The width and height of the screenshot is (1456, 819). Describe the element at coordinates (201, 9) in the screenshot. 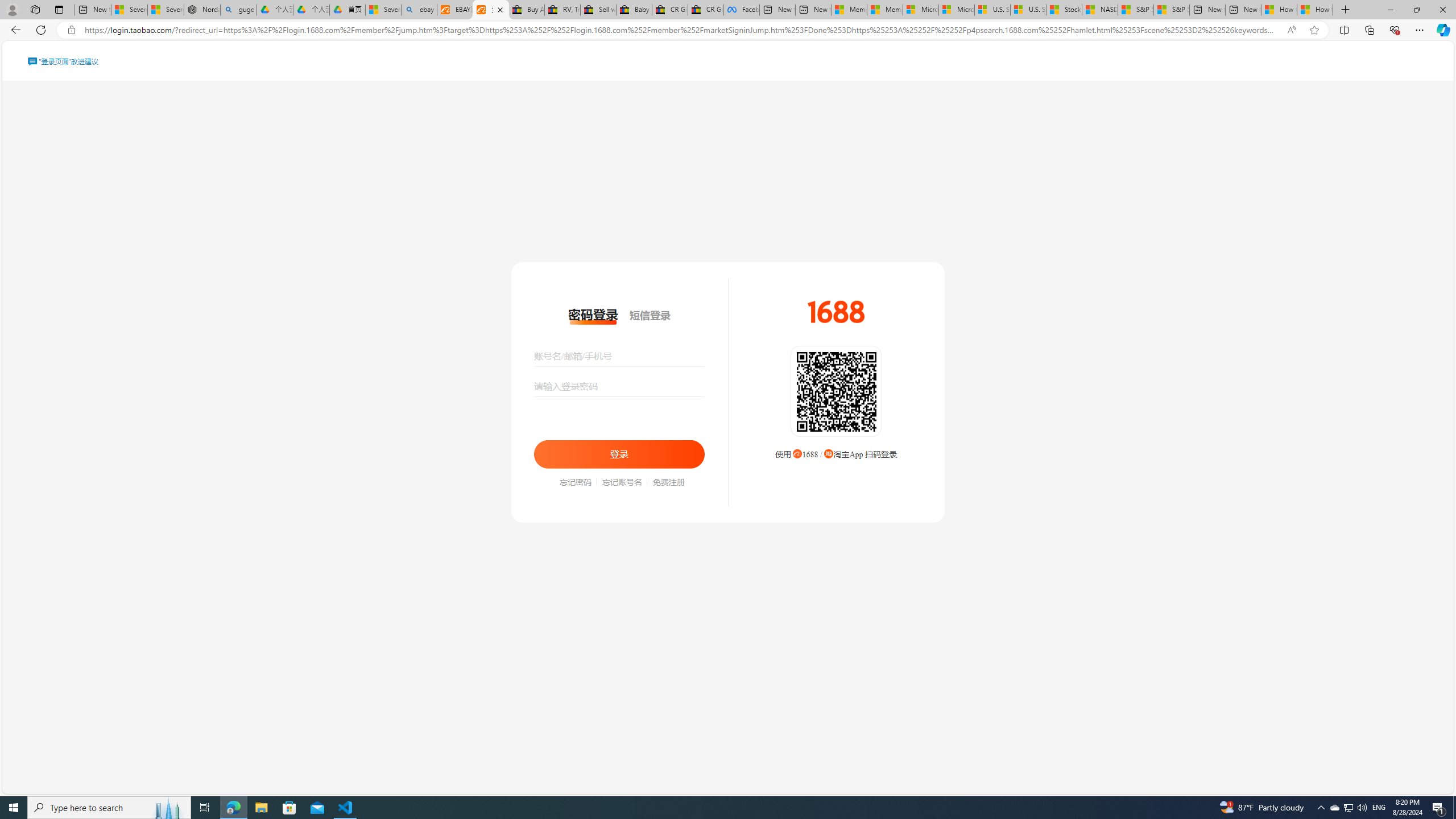

I see `'Nordace - Summer Adventures 2024'` at that location.